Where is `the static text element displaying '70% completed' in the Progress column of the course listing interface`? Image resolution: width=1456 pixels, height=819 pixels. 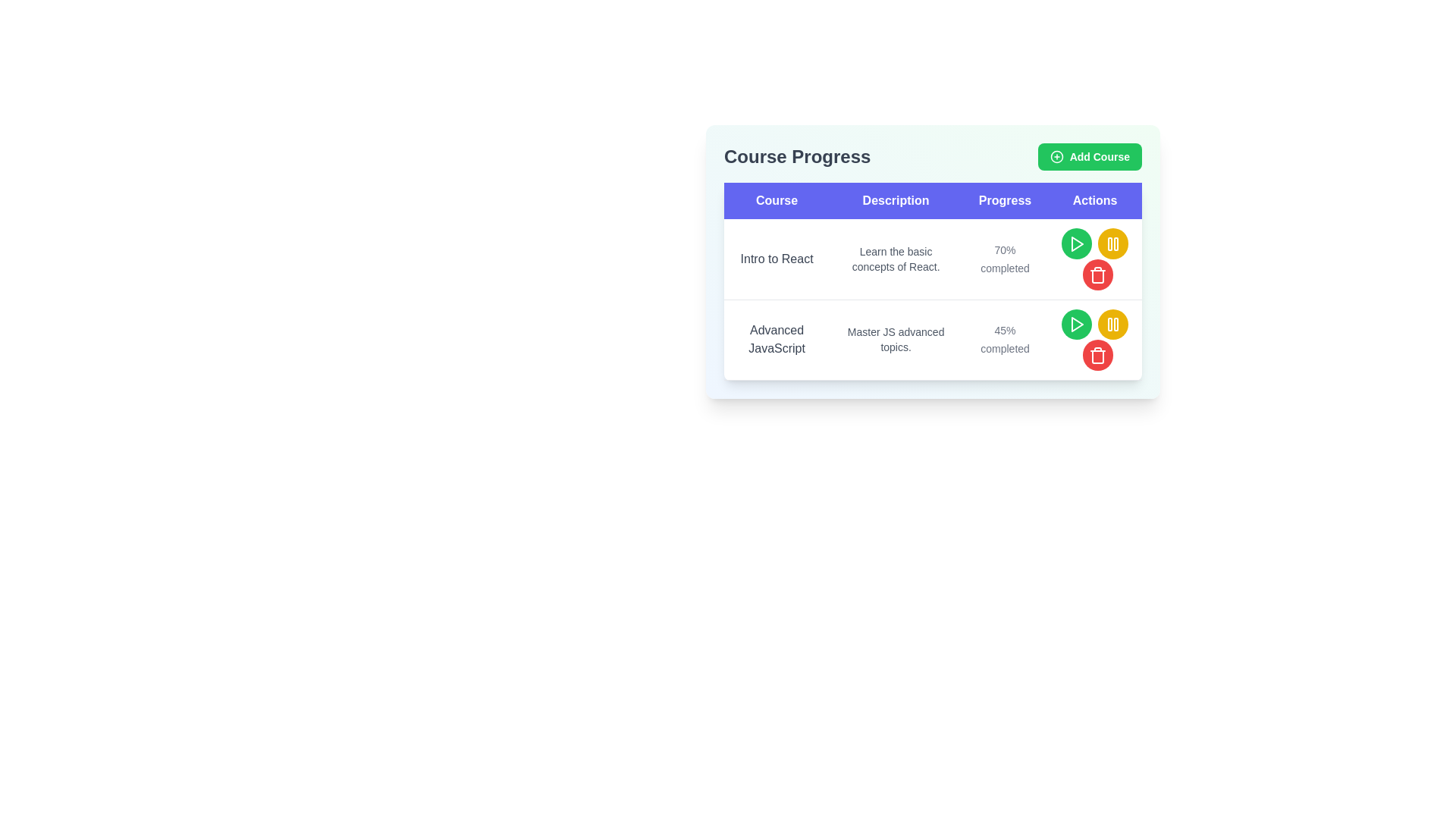
the static text element displaying '70% completed' in the Progress column of the course listing interface is located at coordinates (1005, 258).